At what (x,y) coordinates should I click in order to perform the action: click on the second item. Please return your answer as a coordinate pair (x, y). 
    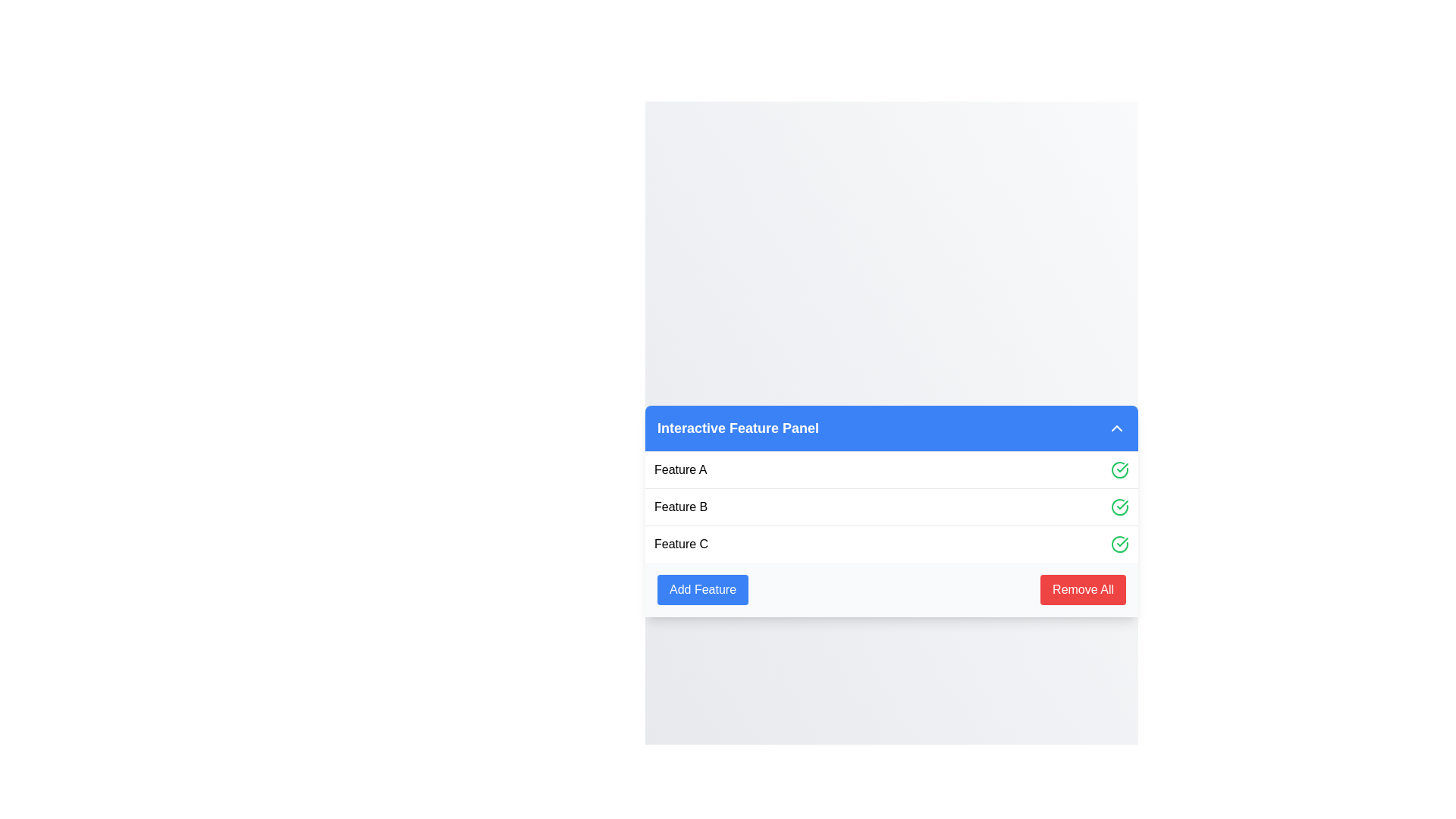
    Looking at the image, I should click on (892, 506).